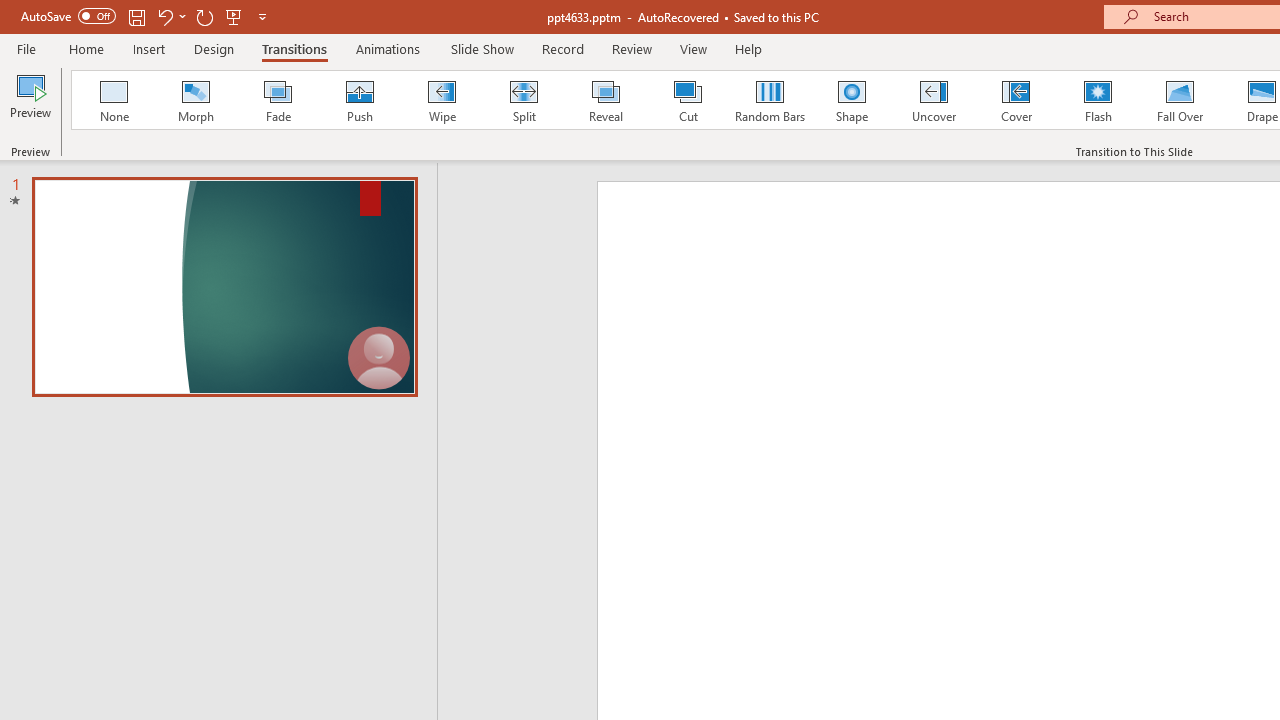  I want to click on 'Wipe', so click(440, 100).